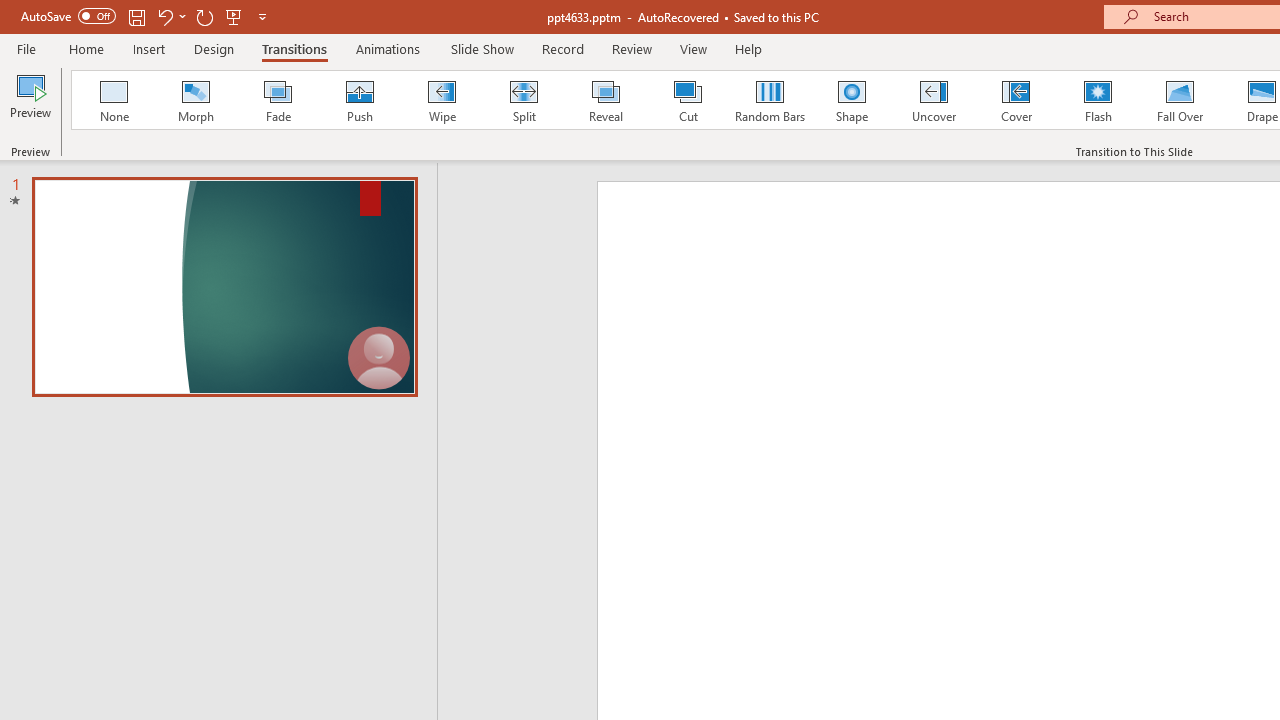  I want to click on 'Wipe', so click(440, 100).